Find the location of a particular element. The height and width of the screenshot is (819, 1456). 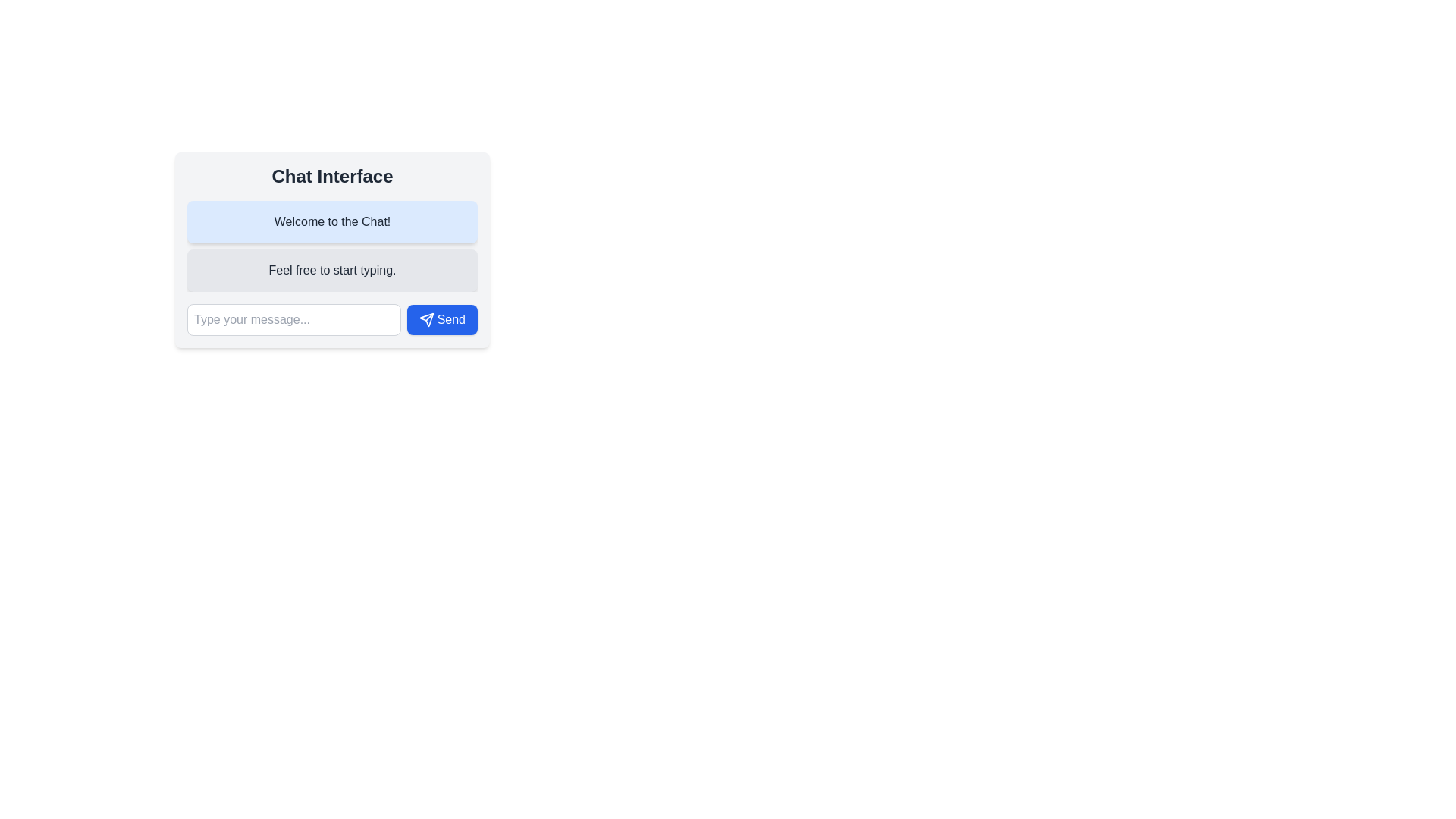

the triangular paper airplane icon with a white outline on a blue background is located at coordinates (425, 318).